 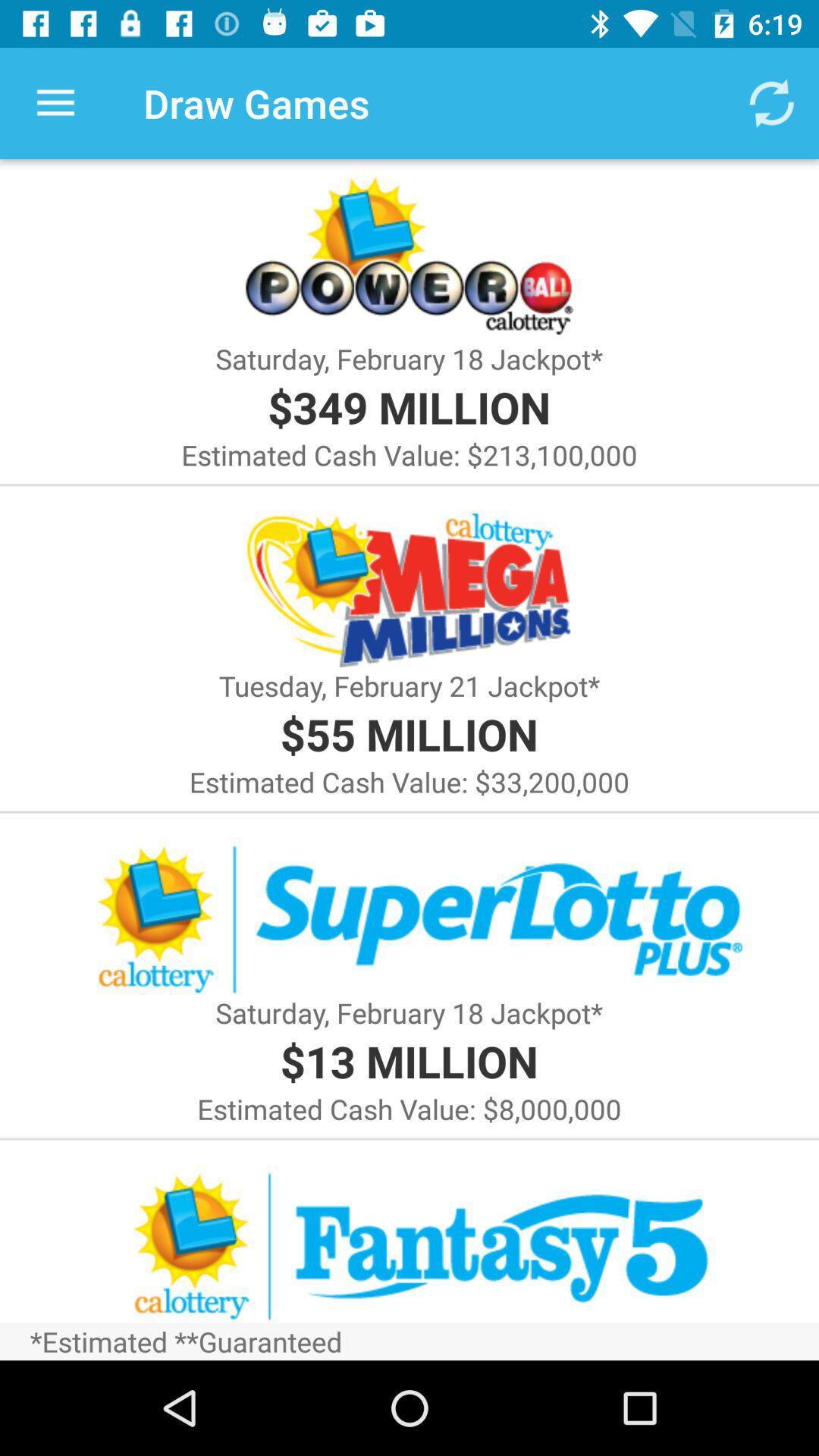 What do you see at coordinates (408, 733) in the screenshot?
I see `item below the tuesday february 21 icon` at bounding box center [408, 733].